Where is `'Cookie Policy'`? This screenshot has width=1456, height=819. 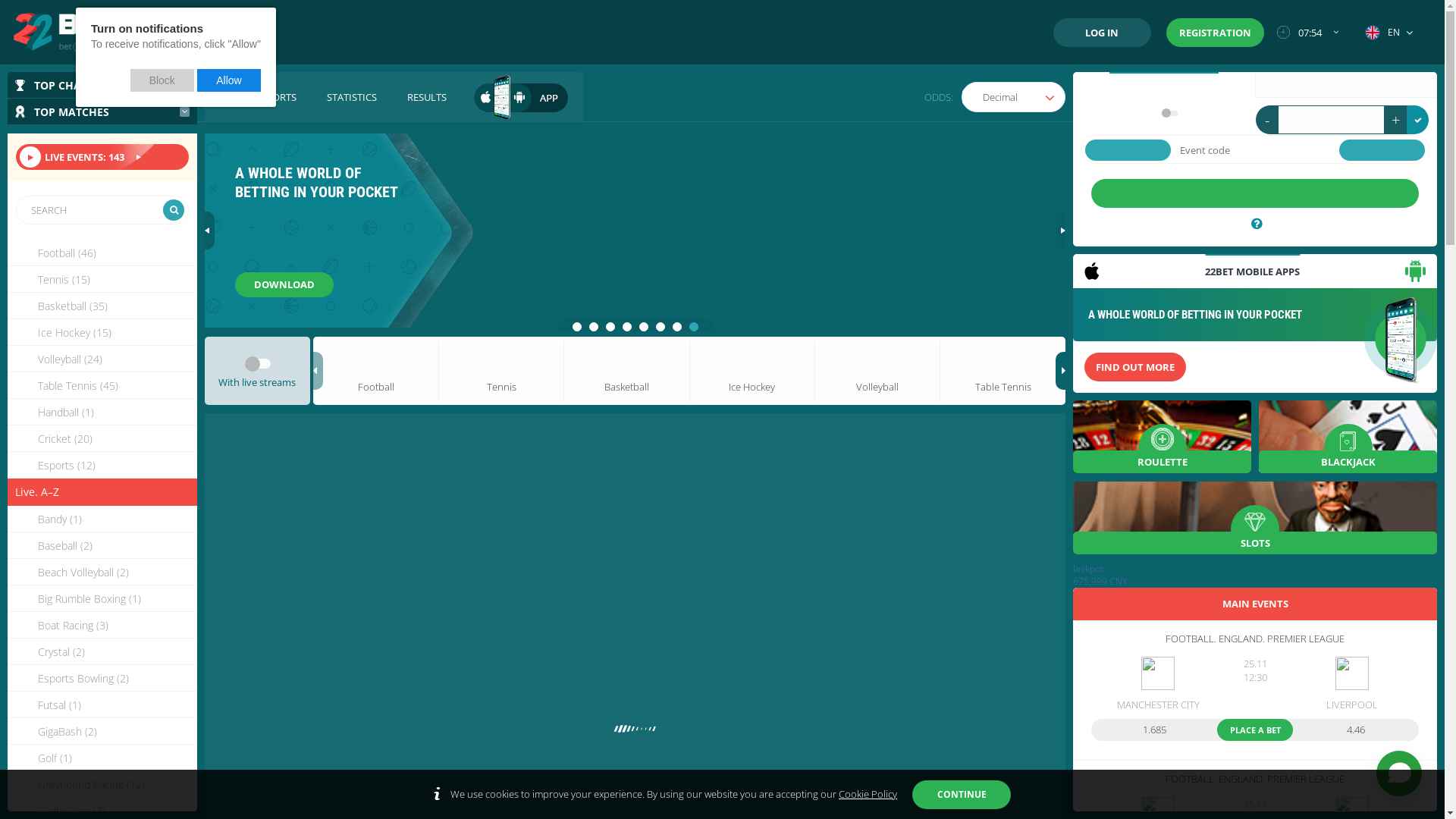 'Cookie Policy' is located at coordinates (837, 792).